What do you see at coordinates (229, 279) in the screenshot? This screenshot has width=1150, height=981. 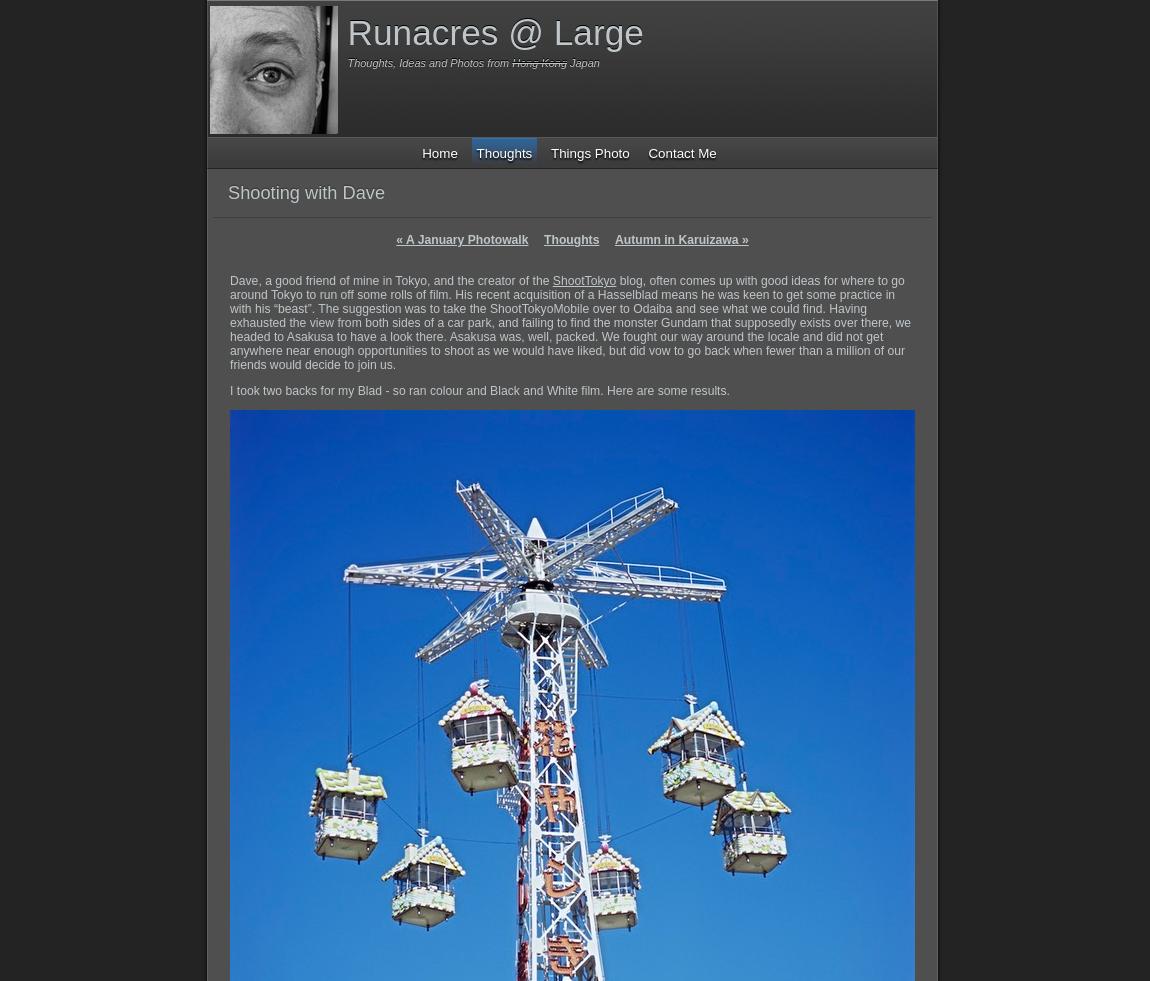 I see `'Dave, a good friend of mine in Tokyo, and the creator of the'` at bounding box center [229, 279].